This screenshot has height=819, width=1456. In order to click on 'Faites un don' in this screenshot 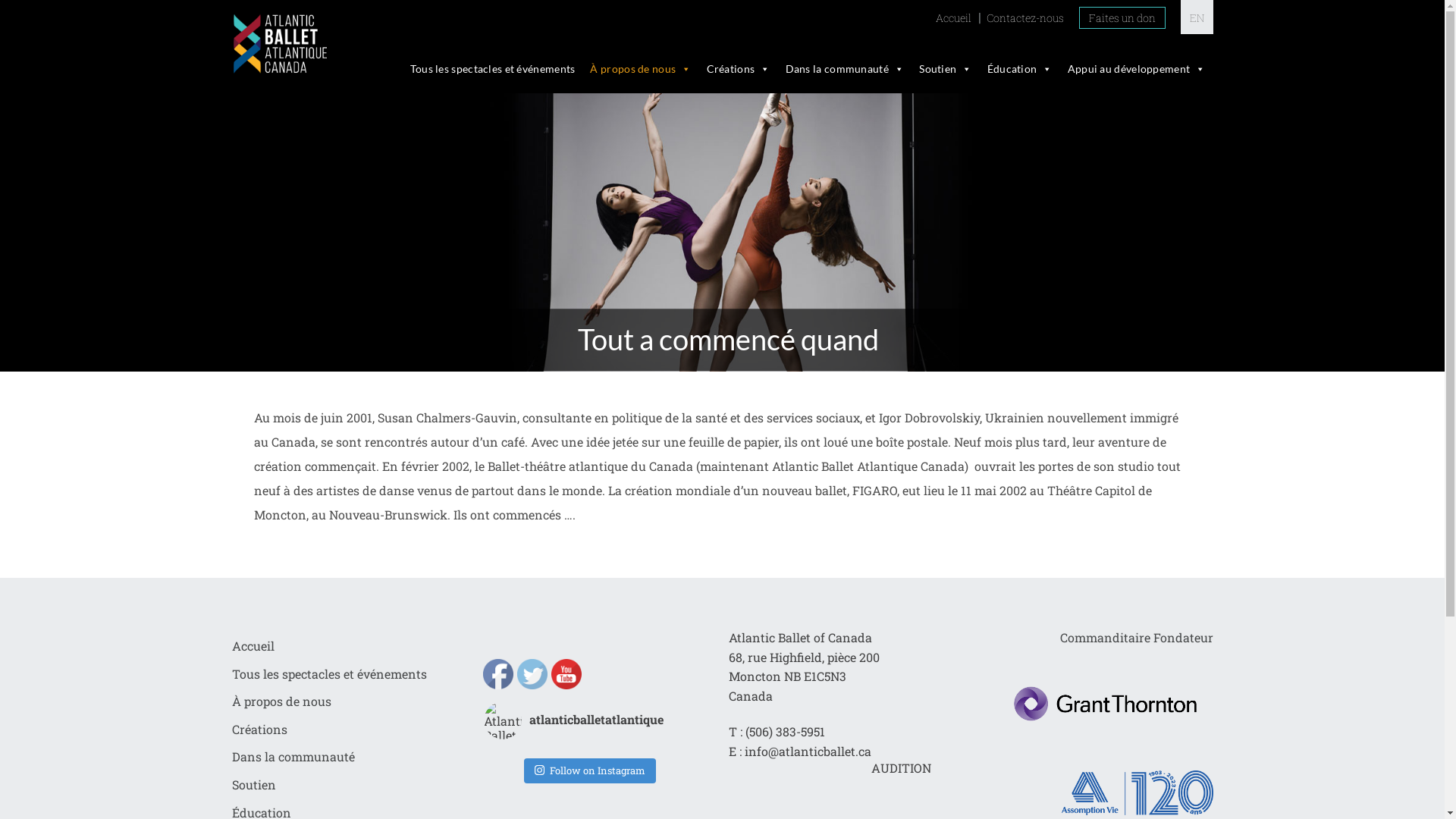, I will do `click(1077, 17)`.